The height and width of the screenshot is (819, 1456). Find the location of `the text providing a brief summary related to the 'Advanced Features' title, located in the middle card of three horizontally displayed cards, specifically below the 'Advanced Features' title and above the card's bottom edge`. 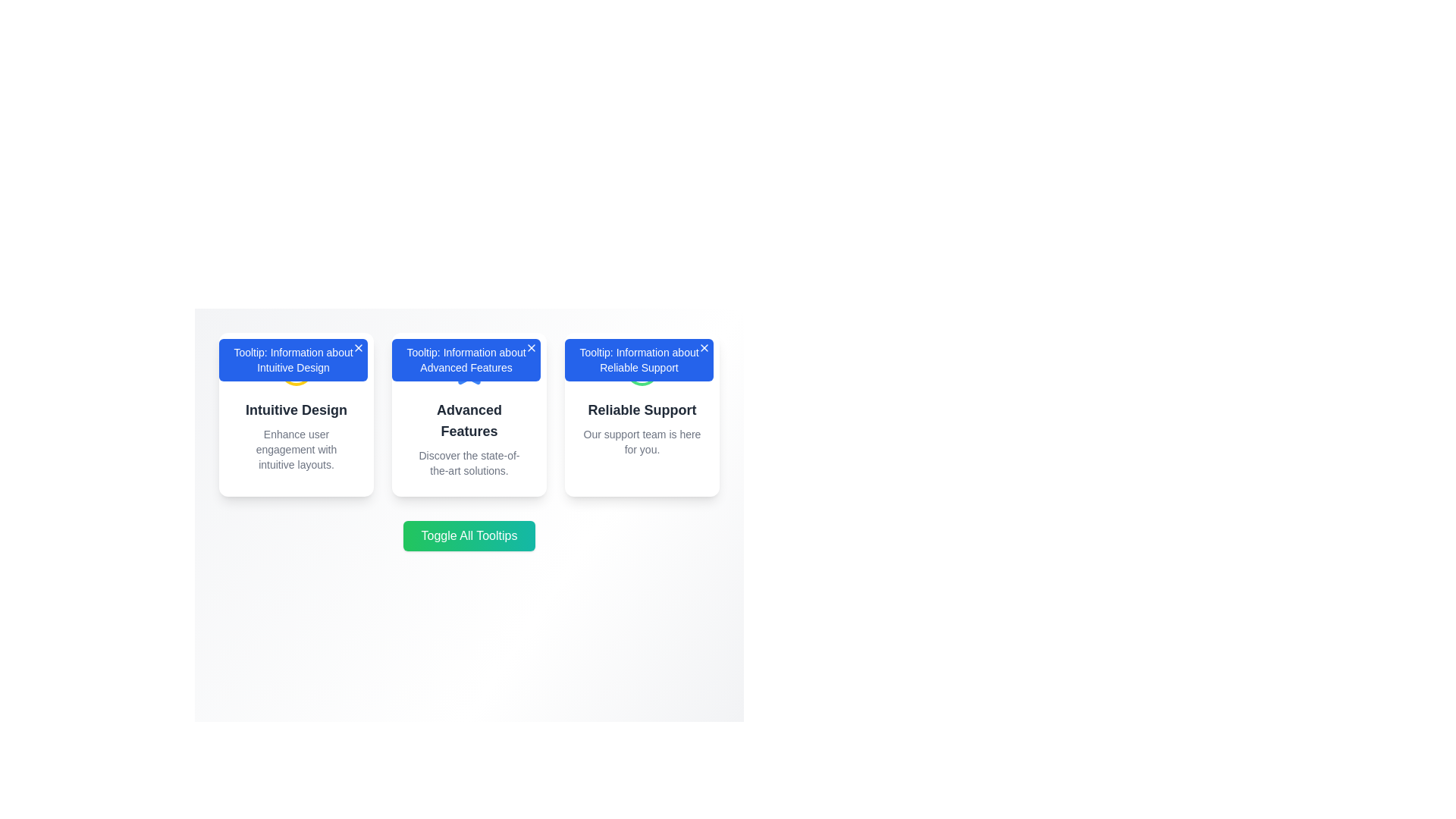

the text providing a brief summary related to the 'Advanced Features' title, located in the middle card of three horizontally displayed cards, specifically below the 'Advanced Features' title and above the card's bottom edge is located at coordinates (469, 462).